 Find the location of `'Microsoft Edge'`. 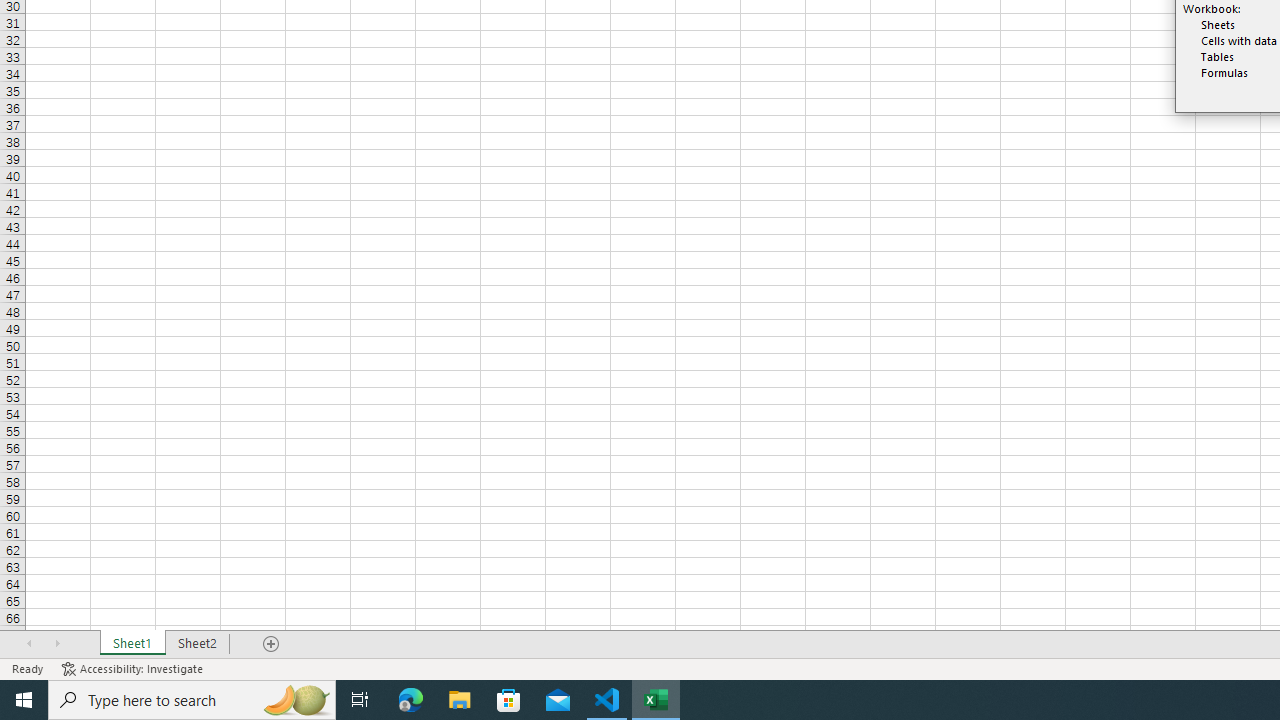

'Microsoft Edge' is located at coordinates (410, 698).